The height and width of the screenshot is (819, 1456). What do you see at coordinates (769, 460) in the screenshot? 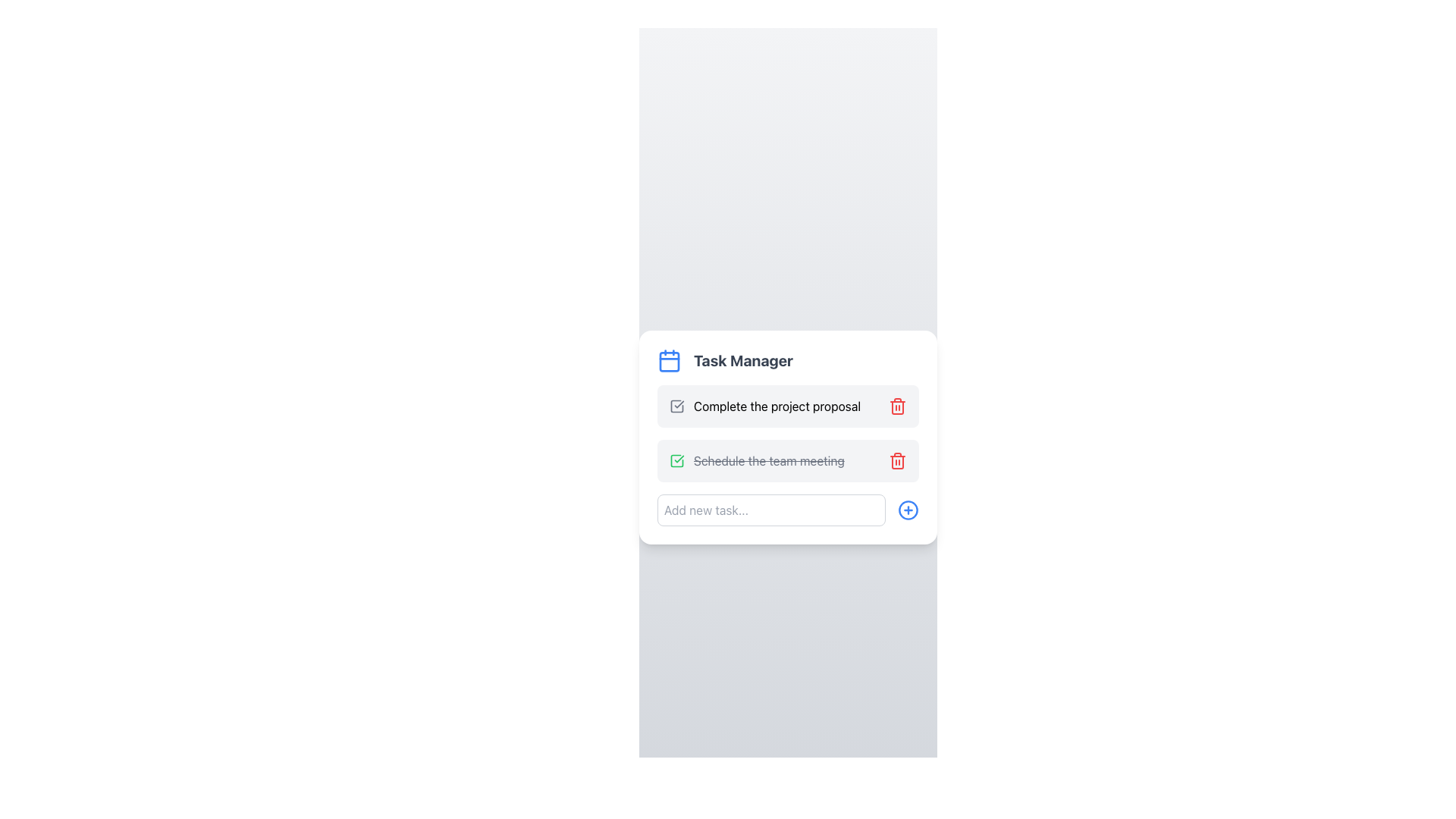
I see `the text label that says 'Schedule the team meeting', which is styled with a strikethrough and gray color, indicating it is a completed task in the Task Manager section` at bounding box center [769, 460].